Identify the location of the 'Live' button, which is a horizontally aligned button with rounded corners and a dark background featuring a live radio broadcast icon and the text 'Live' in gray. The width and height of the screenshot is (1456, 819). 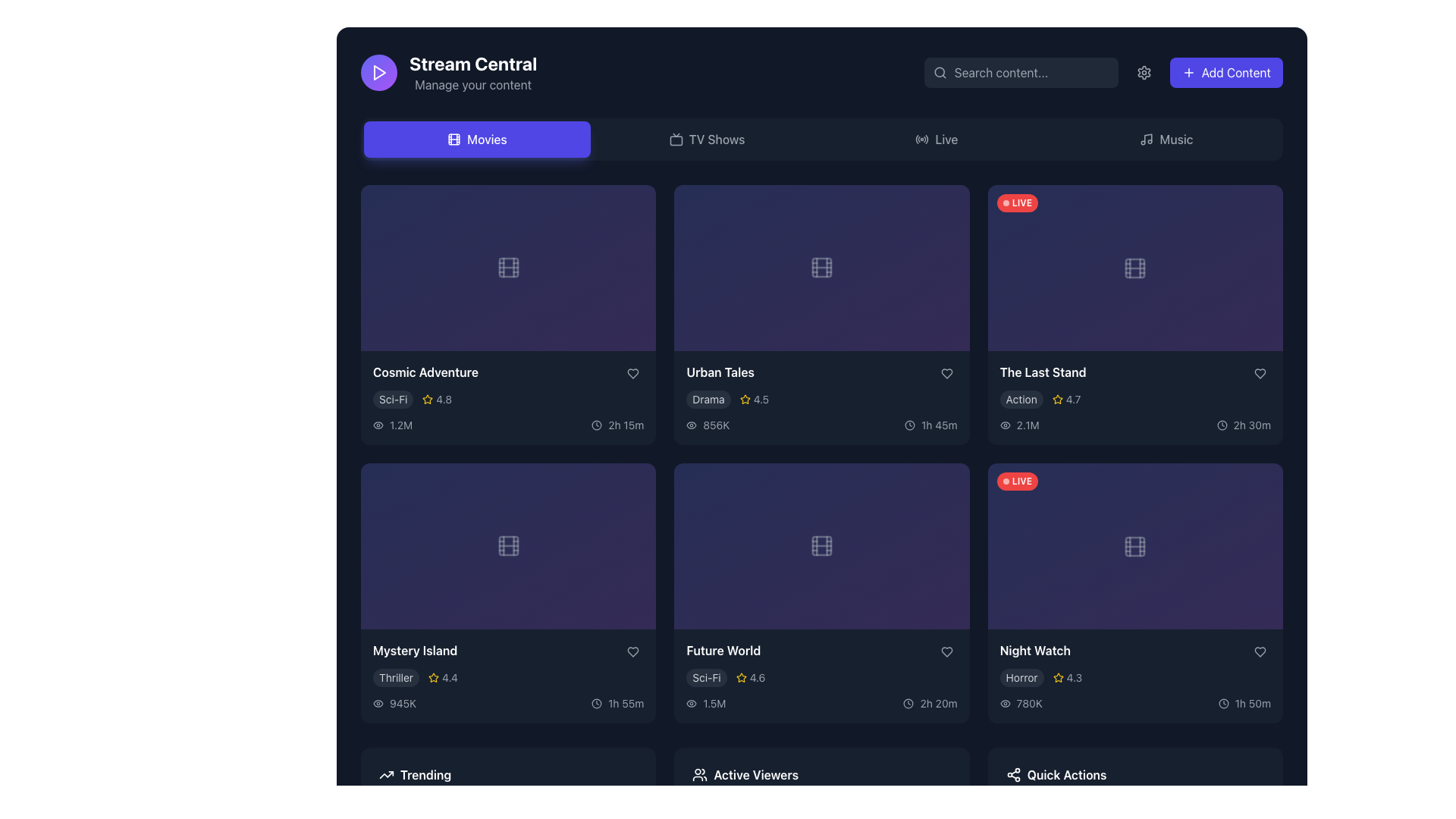
(936, 140).